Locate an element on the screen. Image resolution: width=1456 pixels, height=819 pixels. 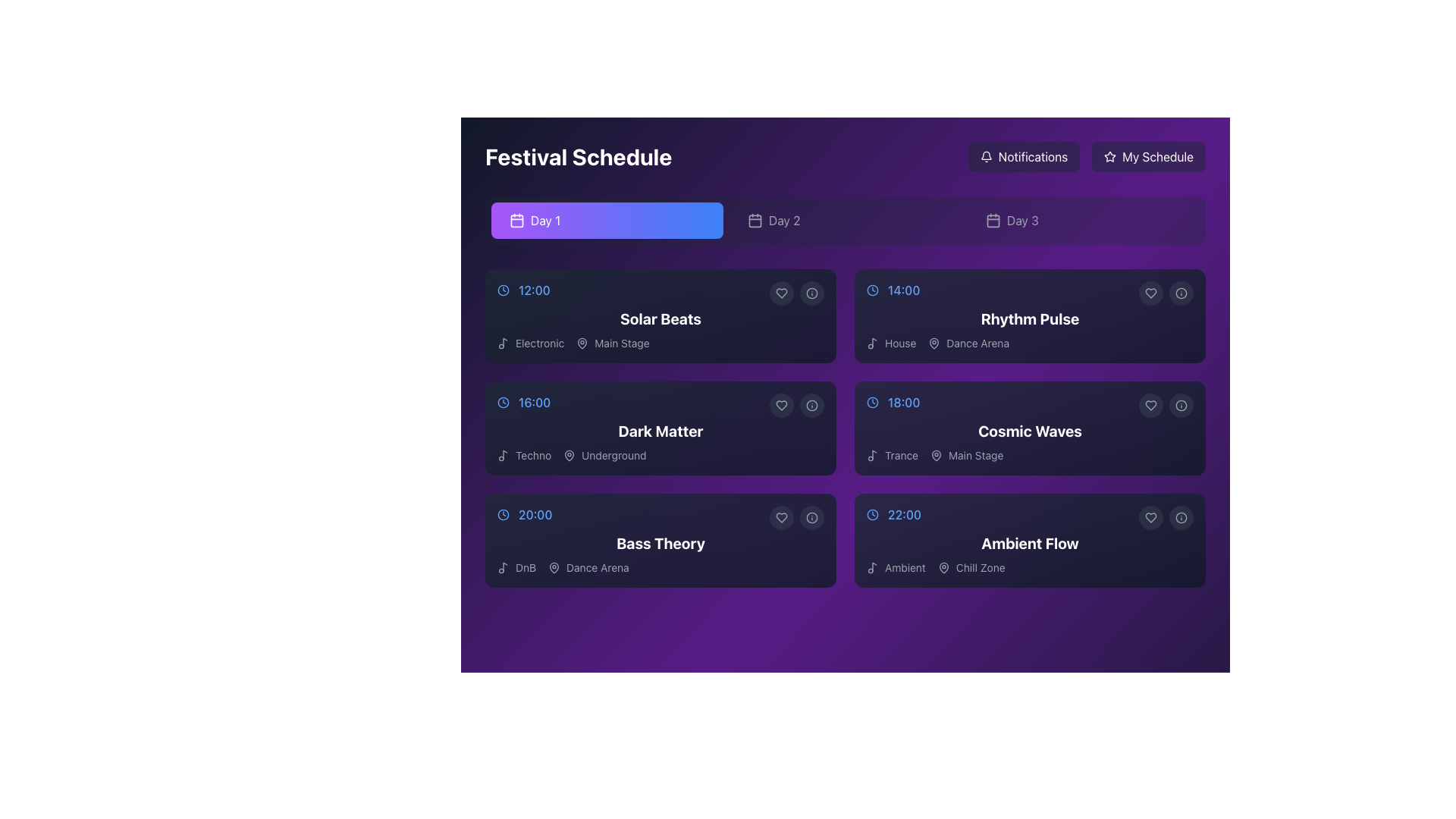
the outlined heart icon located at the top right corner of the 'Solar Beats' event card is located at coordinates (782, 293).